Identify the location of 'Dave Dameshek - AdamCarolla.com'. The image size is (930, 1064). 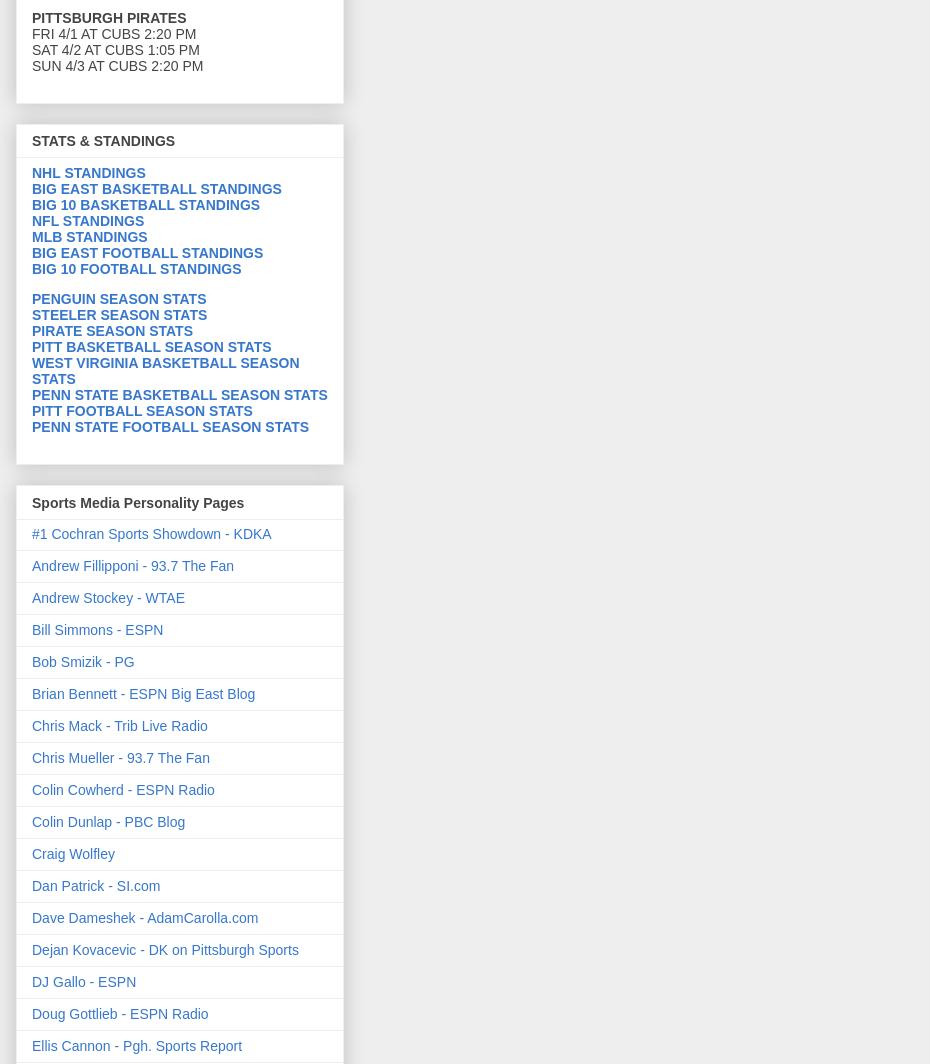
(144, 916).